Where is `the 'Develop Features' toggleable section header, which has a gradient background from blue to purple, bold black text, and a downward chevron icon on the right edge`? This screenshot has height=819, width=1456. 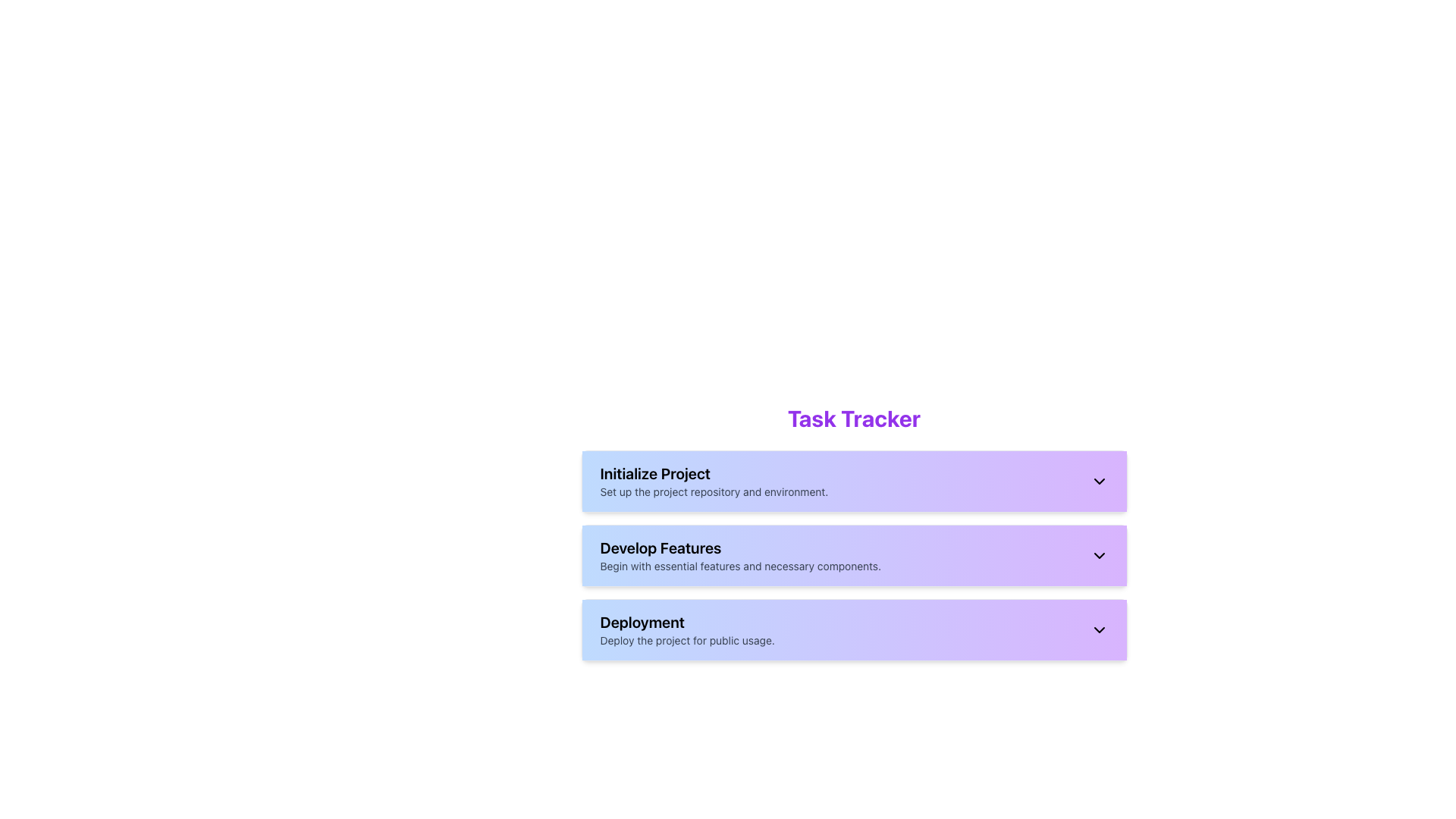 the 'Develop Features' toggleable section header, which has a gradient background from blue to purple, bold black text, and a downward chevron icon on the right edge is located at coordinates (854, 555).